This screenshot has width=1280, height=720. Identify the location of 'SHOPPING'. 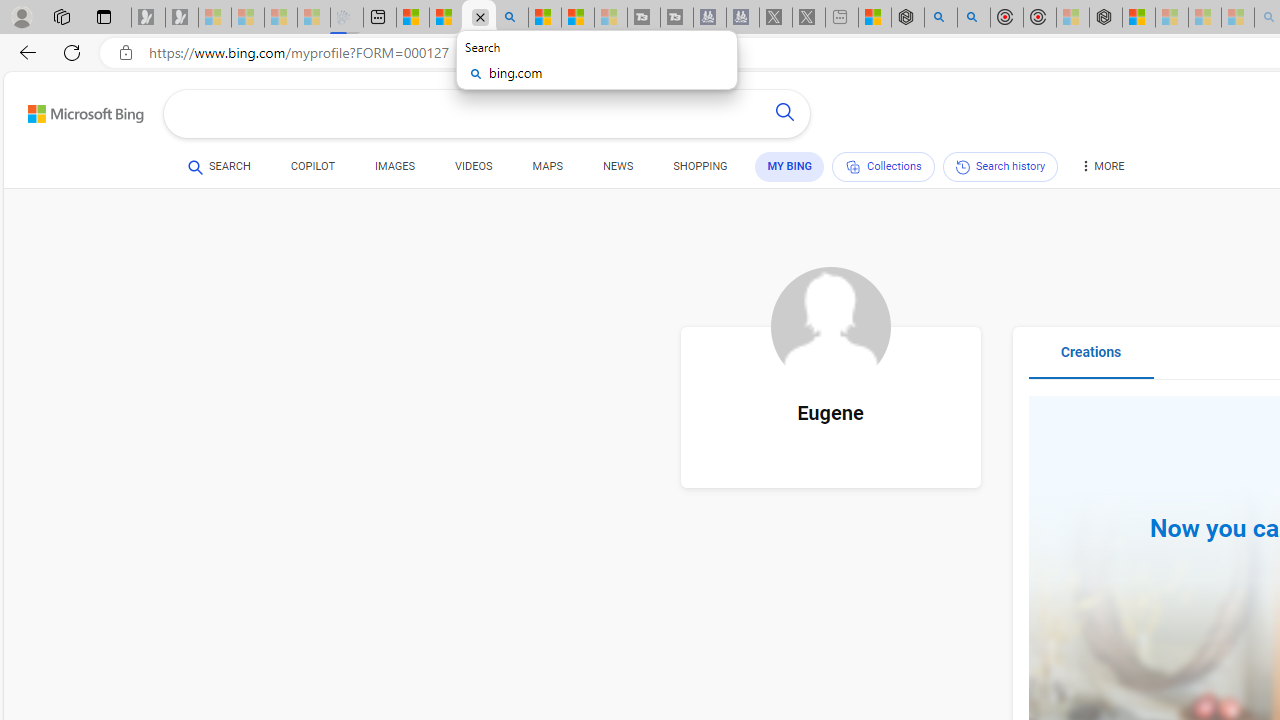
(700, 166).